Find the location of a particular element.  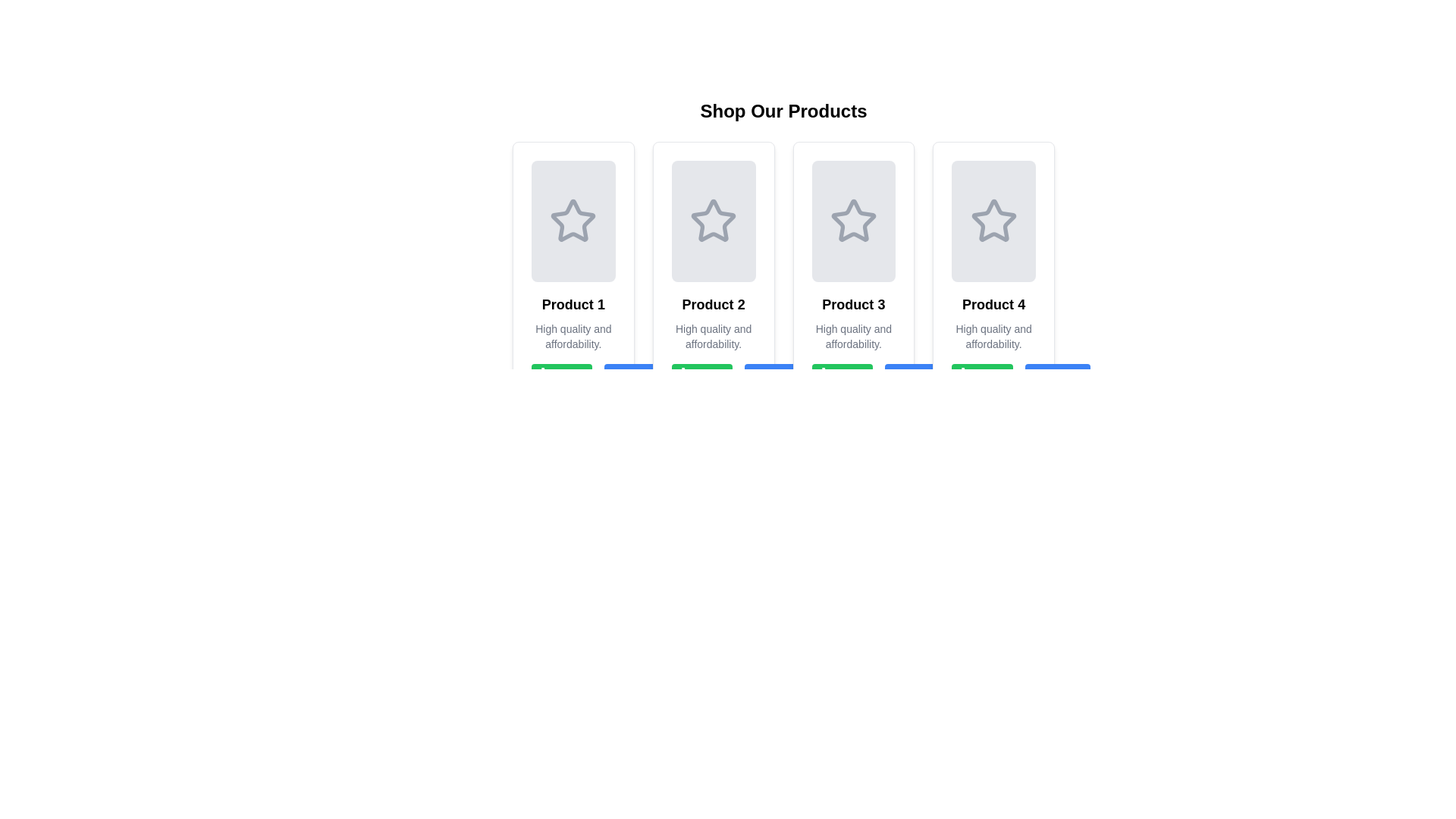

the shopping cart icon located within the green rounded button labeled 'Add', which is positioned to the left of the text 'Add' is located at coordinates (969, 375).